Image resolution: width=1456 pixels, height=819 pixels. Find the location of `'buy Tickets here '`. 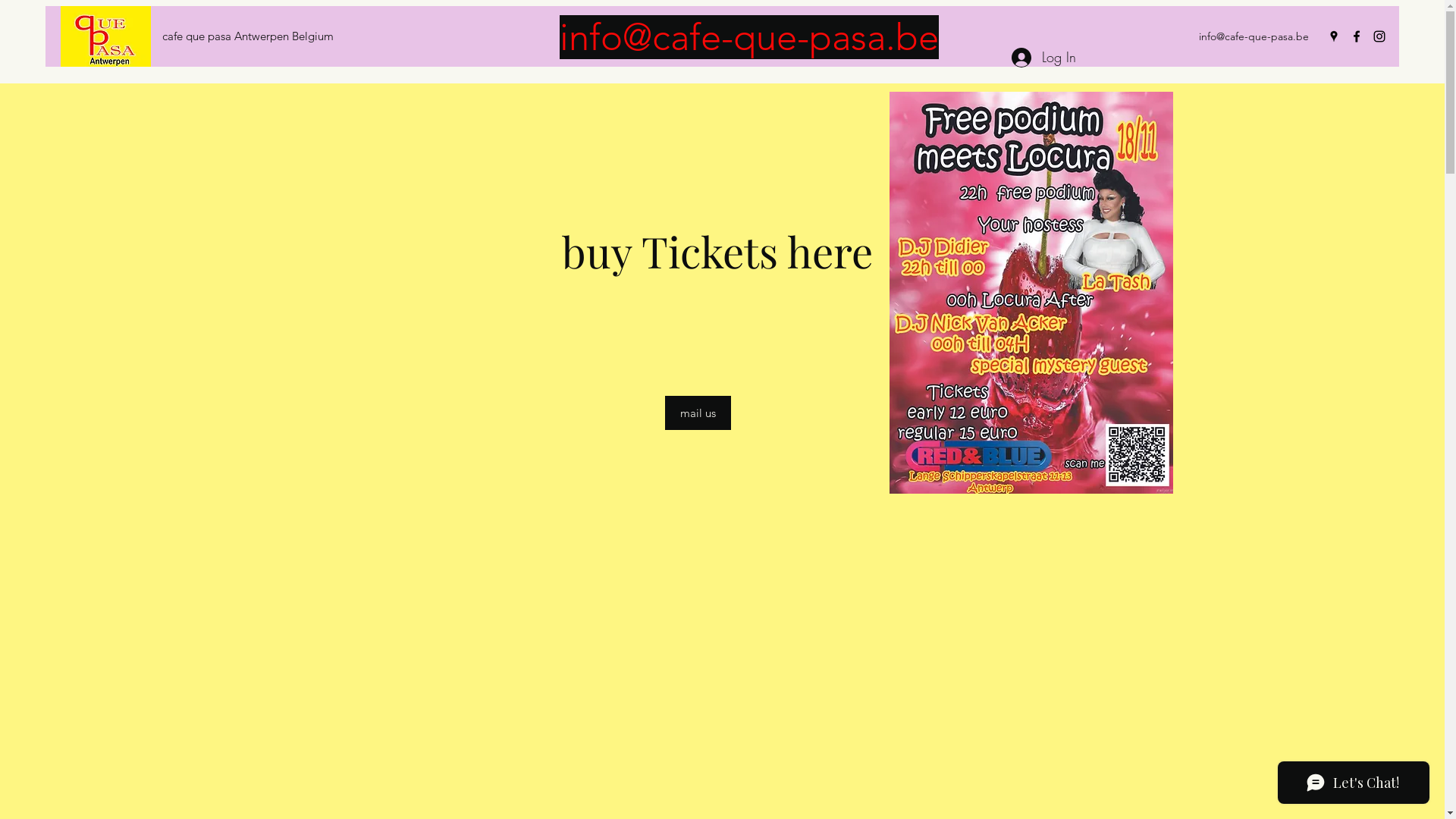

'buy Tickets here ' is located at coordinates (560, 249).